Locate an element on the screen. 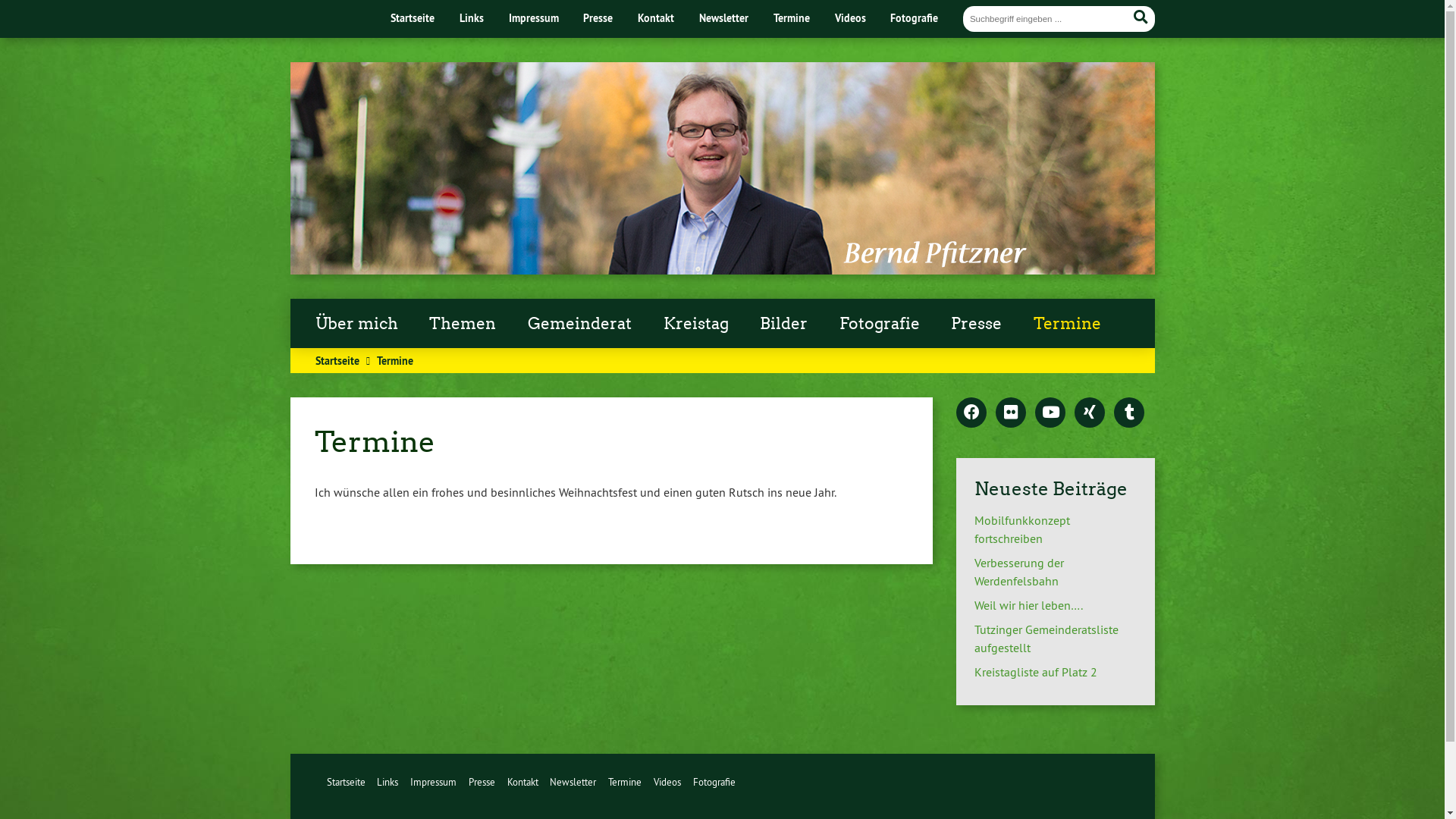  'YouTube' is located at coordinates (1050, 413).